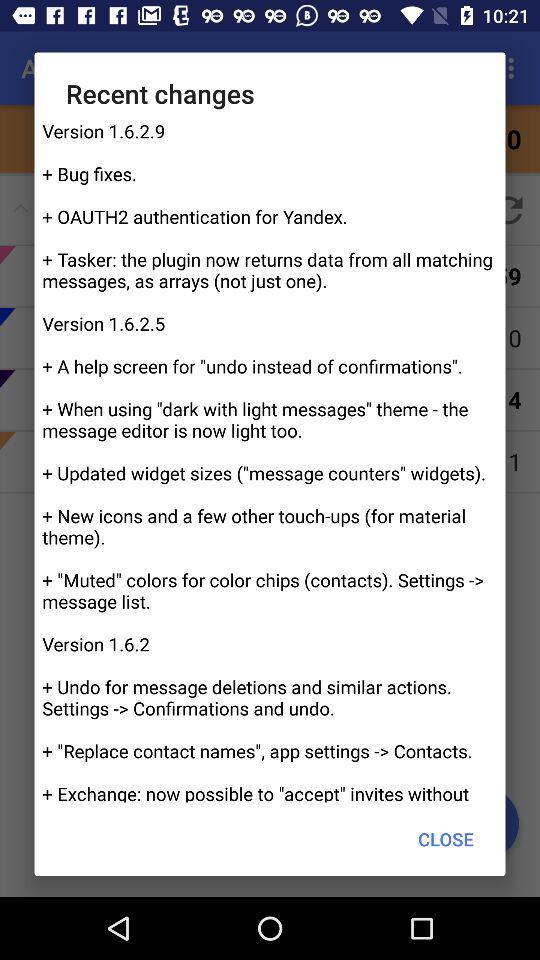  Describe the element at coordinates (446, 839) in the screenshot. I see `the close` at that location.